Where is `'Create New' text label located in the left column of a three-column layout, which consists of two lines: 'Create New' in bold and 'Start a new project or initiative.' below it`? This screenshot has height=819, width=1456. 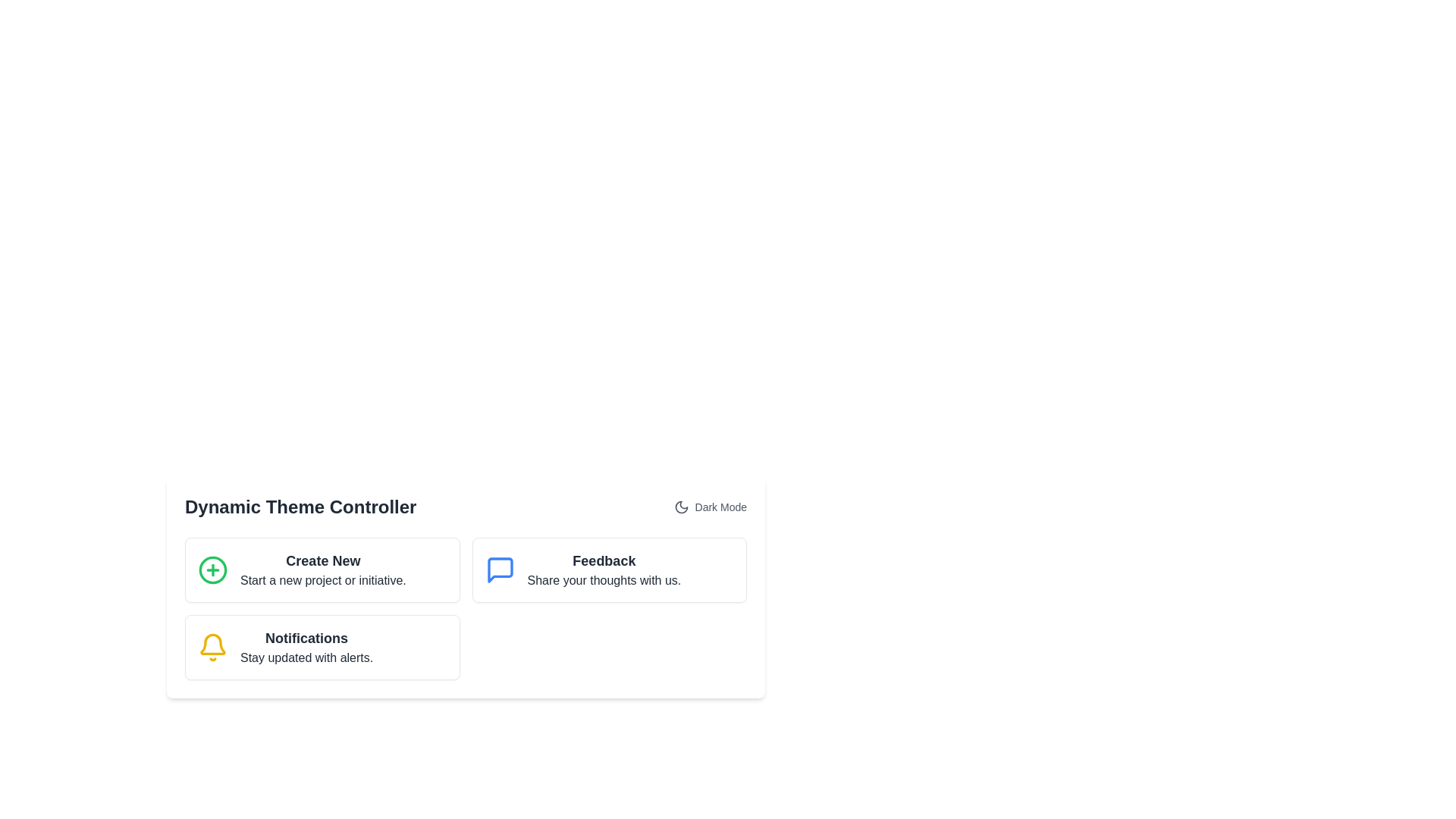
'Create New' text label located in the left column of a three-column layout, which consists of two lines: 'Create New' in bold and 'Start a new project or initiative.' below it is located at coordinates (322, 570).